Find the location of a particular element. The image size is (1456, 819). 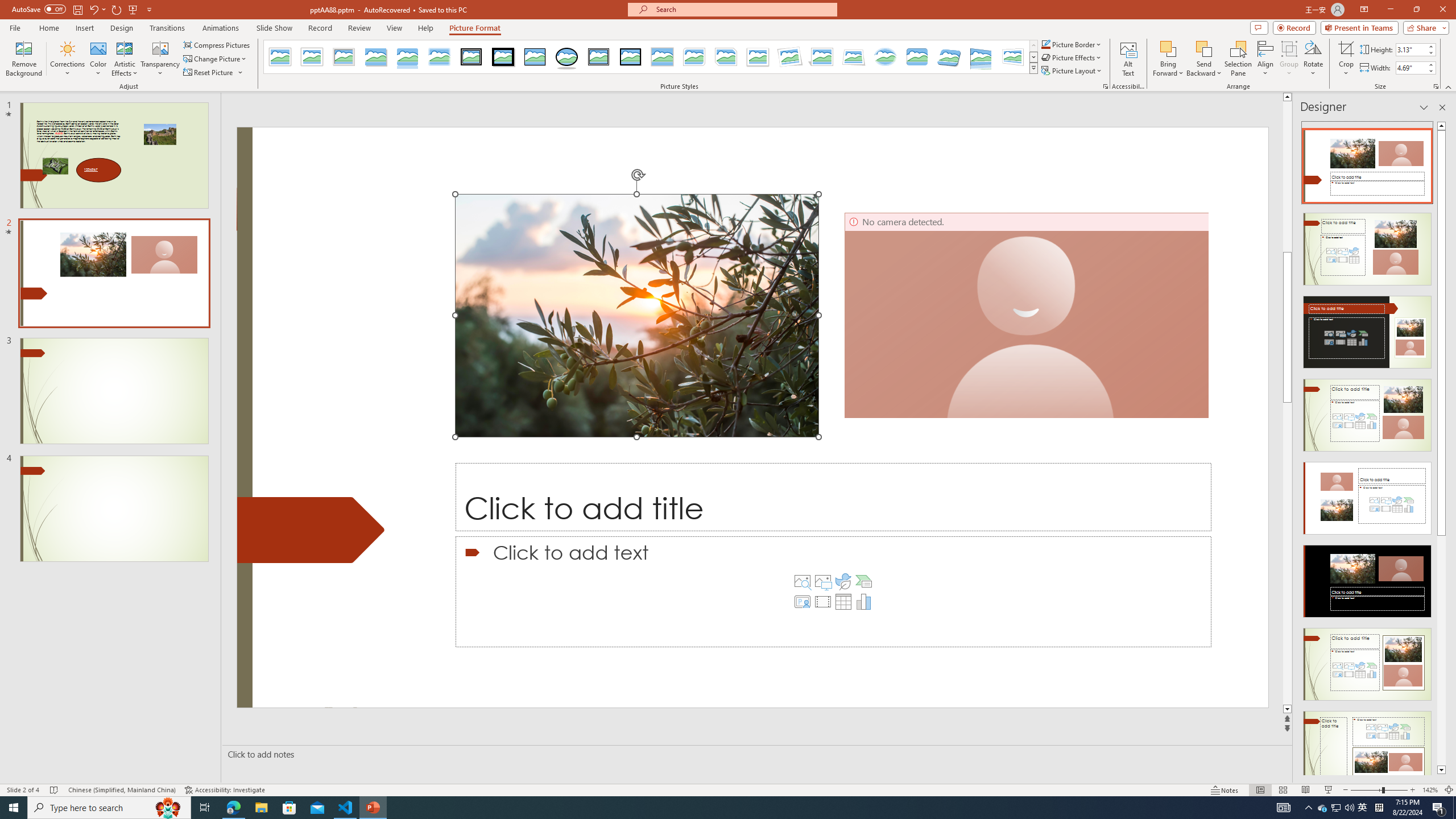

'Stock Images' is located at coordinates (802, 581).